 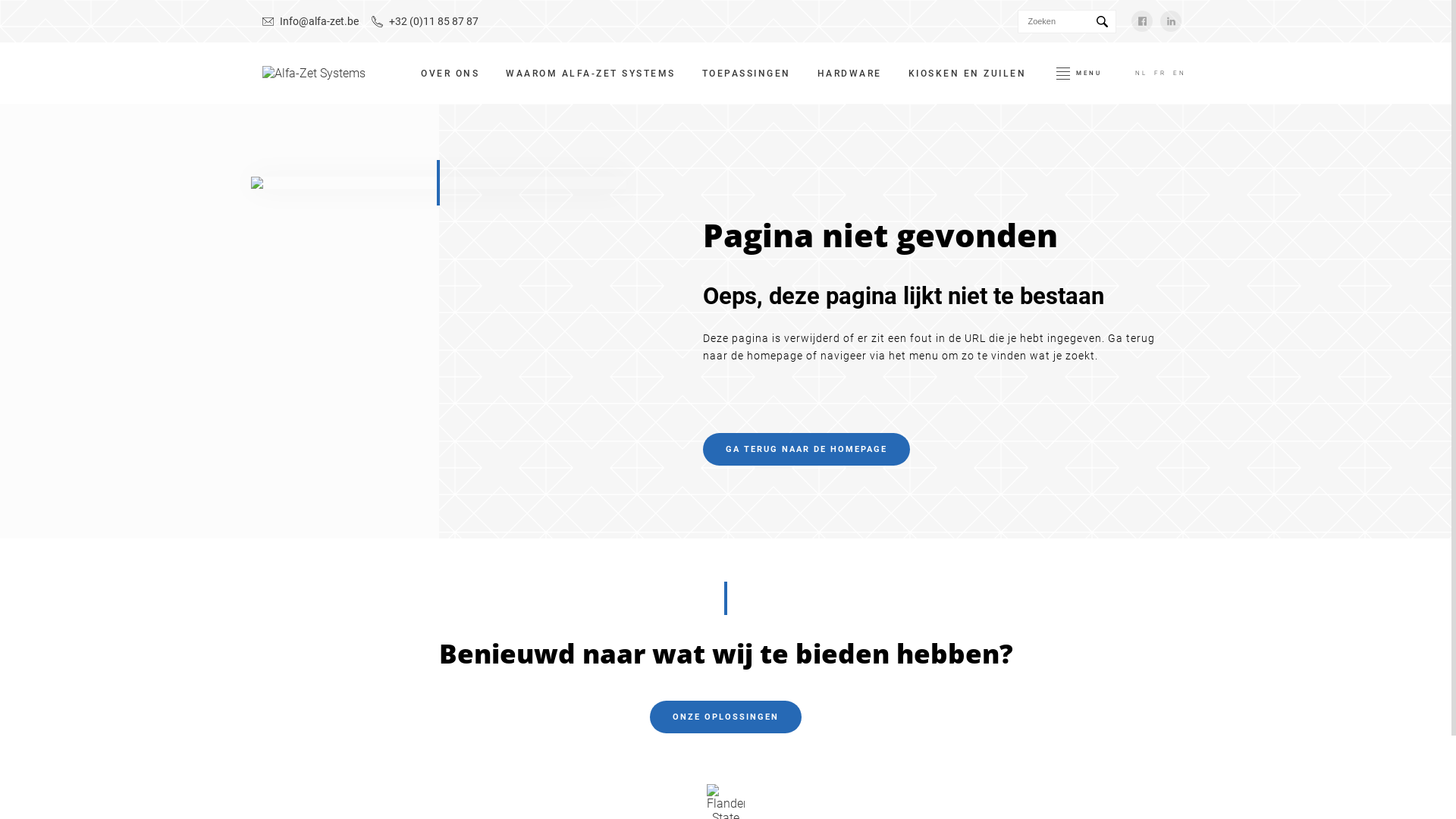 What do you see at coordinates (1170, 20) in the screenshot?
I see `'Alfa-Zet Systems Linkedin'` at bounding box center [1170, 20].